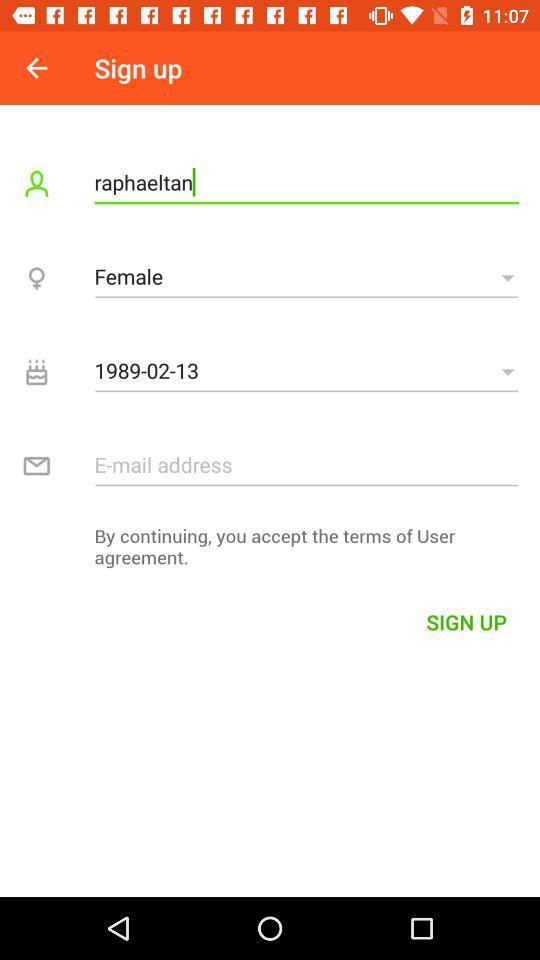 The width and height of the screenshot is (540, 960). What do you see at coordinates (36, 68) in the screenshot?
I see `the item to the left of sign up` at bounding box center [36, 68].